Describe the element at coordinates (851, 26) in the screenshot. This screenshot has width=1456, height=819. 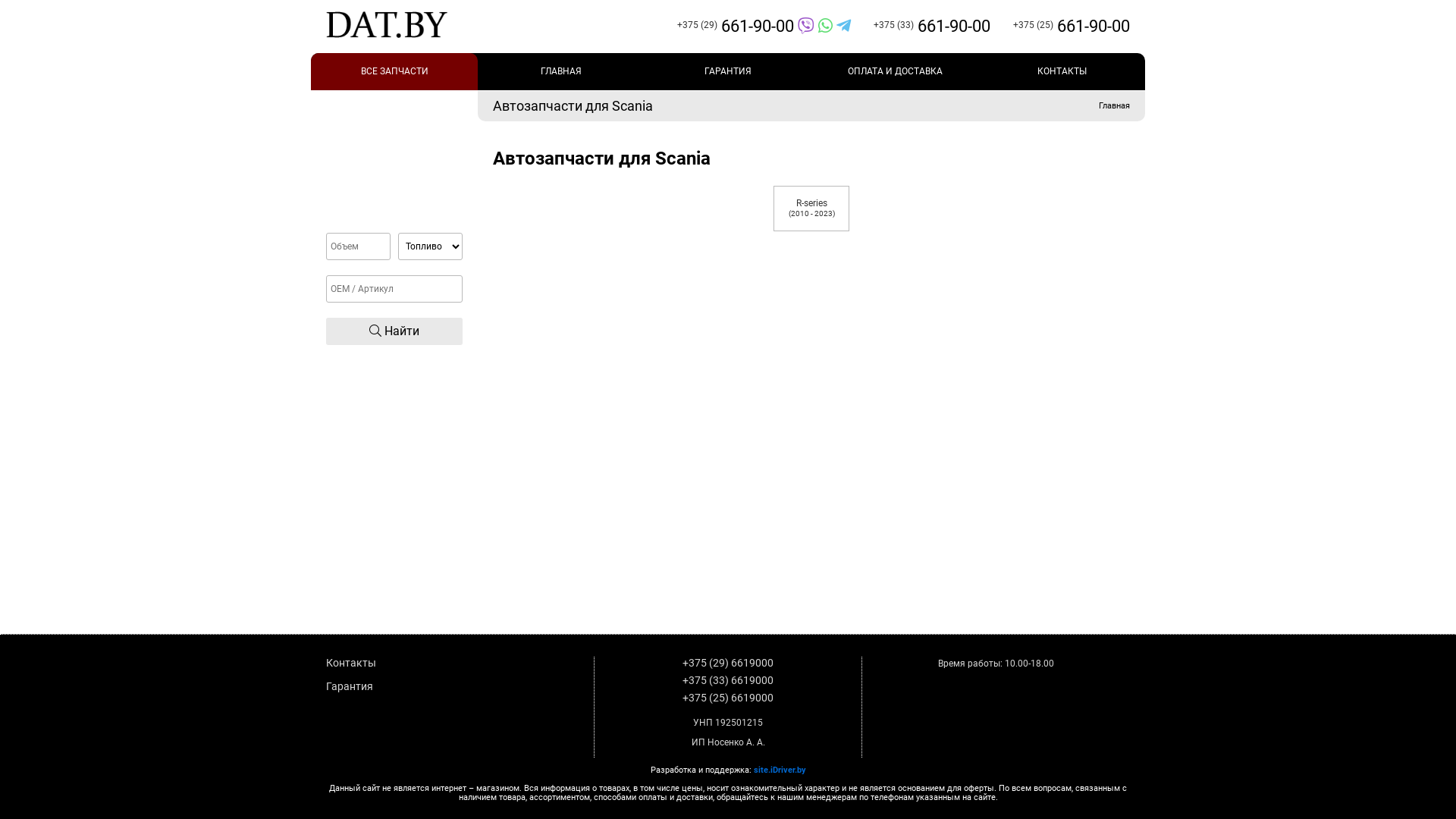
I see `'+375 (33)` at that location.